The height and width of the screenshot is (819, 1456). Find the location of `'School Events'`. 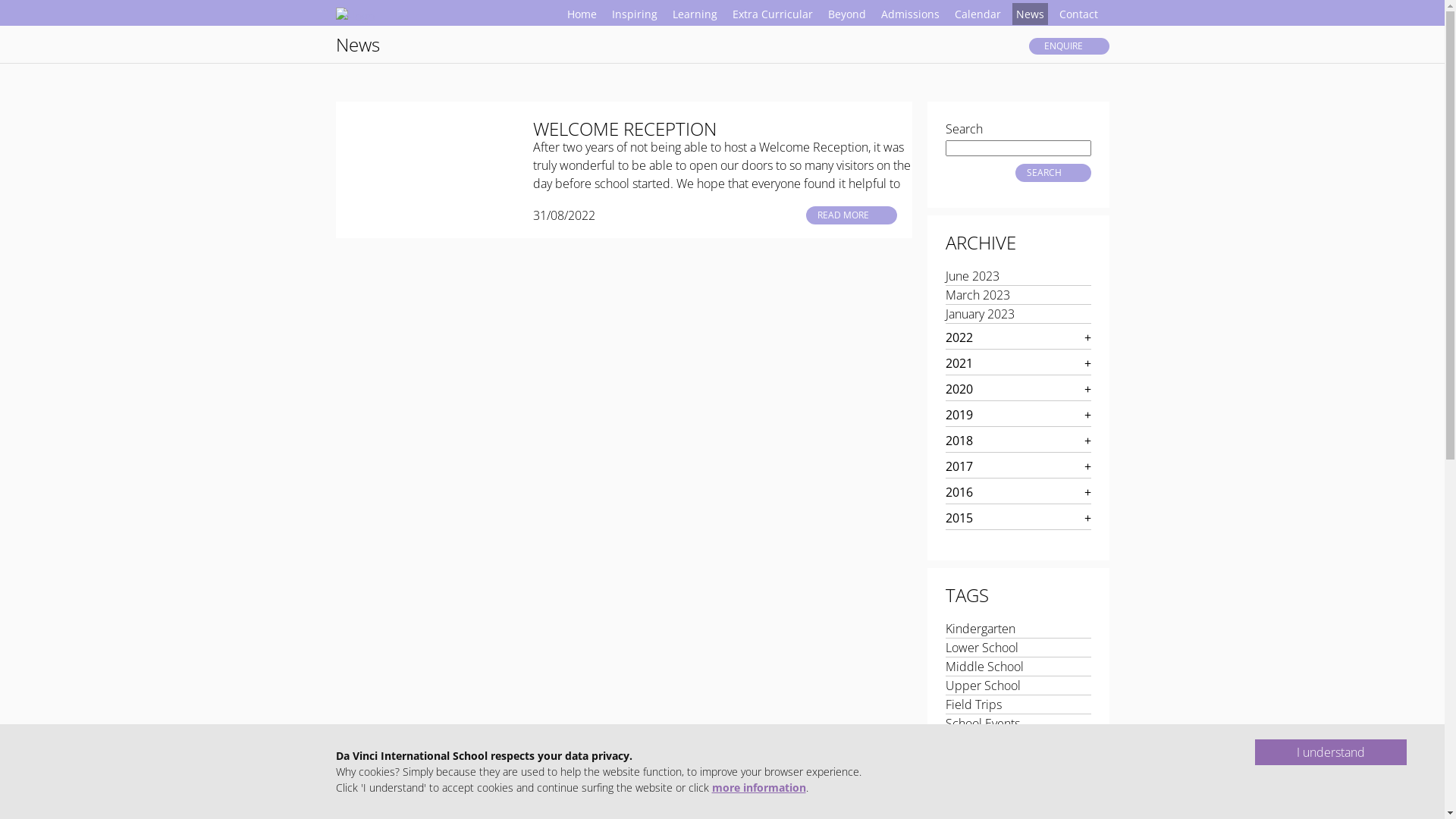

'School Events' is located at coordinates (944, 722).